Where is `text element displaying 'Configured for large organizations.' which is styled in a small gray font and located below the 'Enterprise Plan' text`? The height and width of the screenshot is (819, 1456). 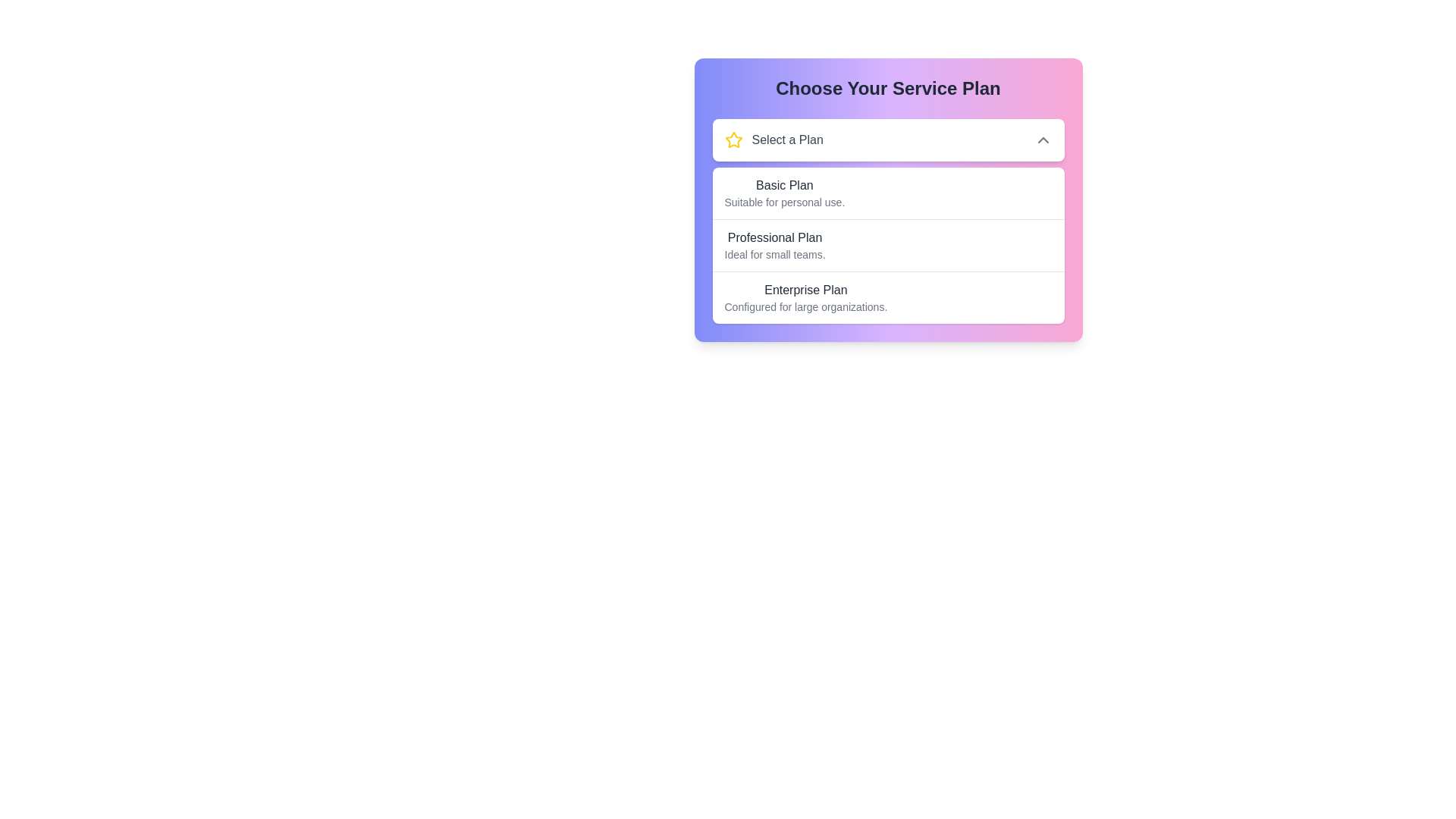
text element displaying 'Configured for large organizations.' which is styled in a small gray font and located below the 'Enterprise Plan' text is located at coordinates (805, 307).